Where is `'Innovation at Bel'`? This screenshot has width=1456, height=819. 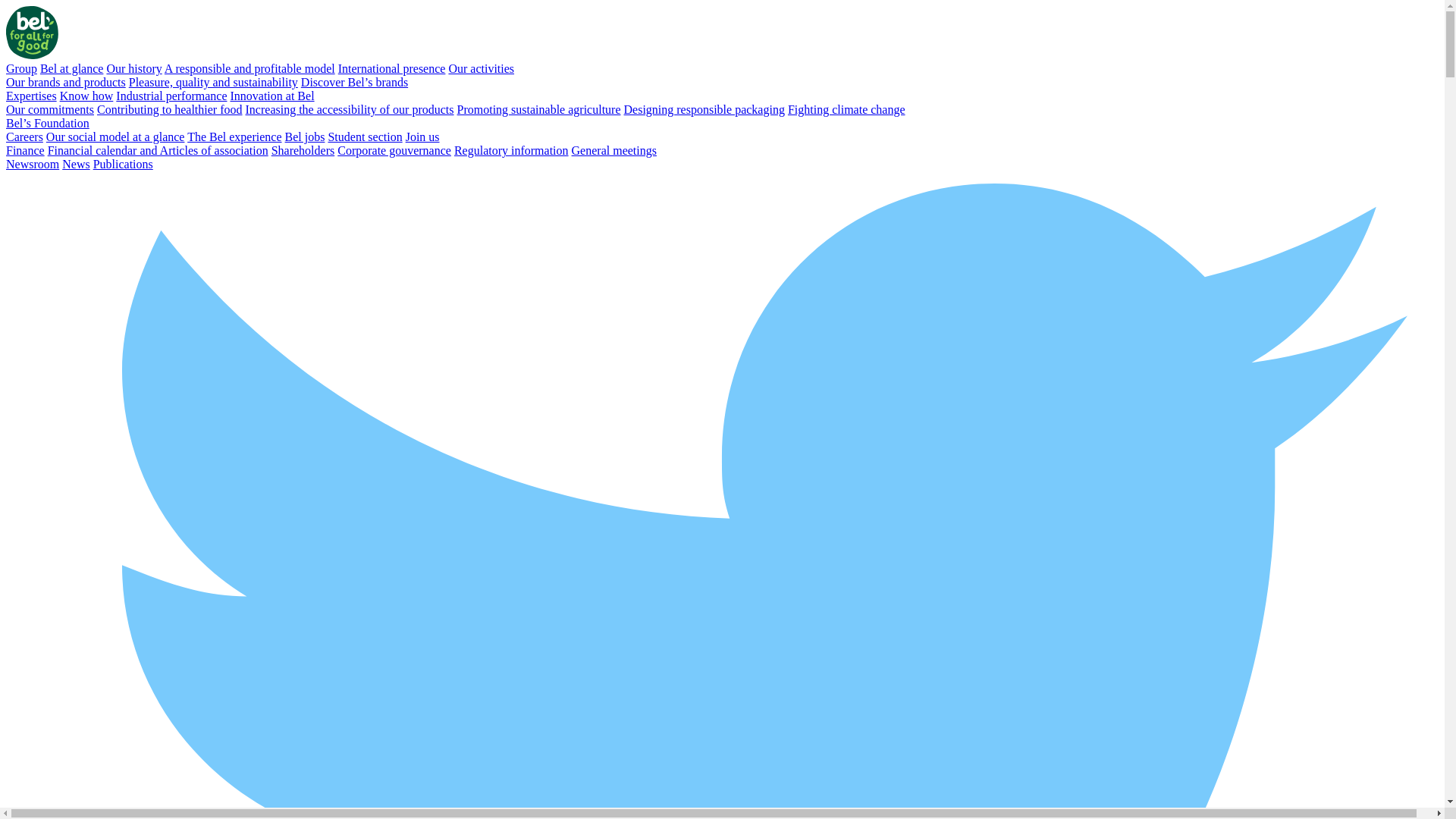
'Innovation at Bel' is located at coordinates (271, 96).